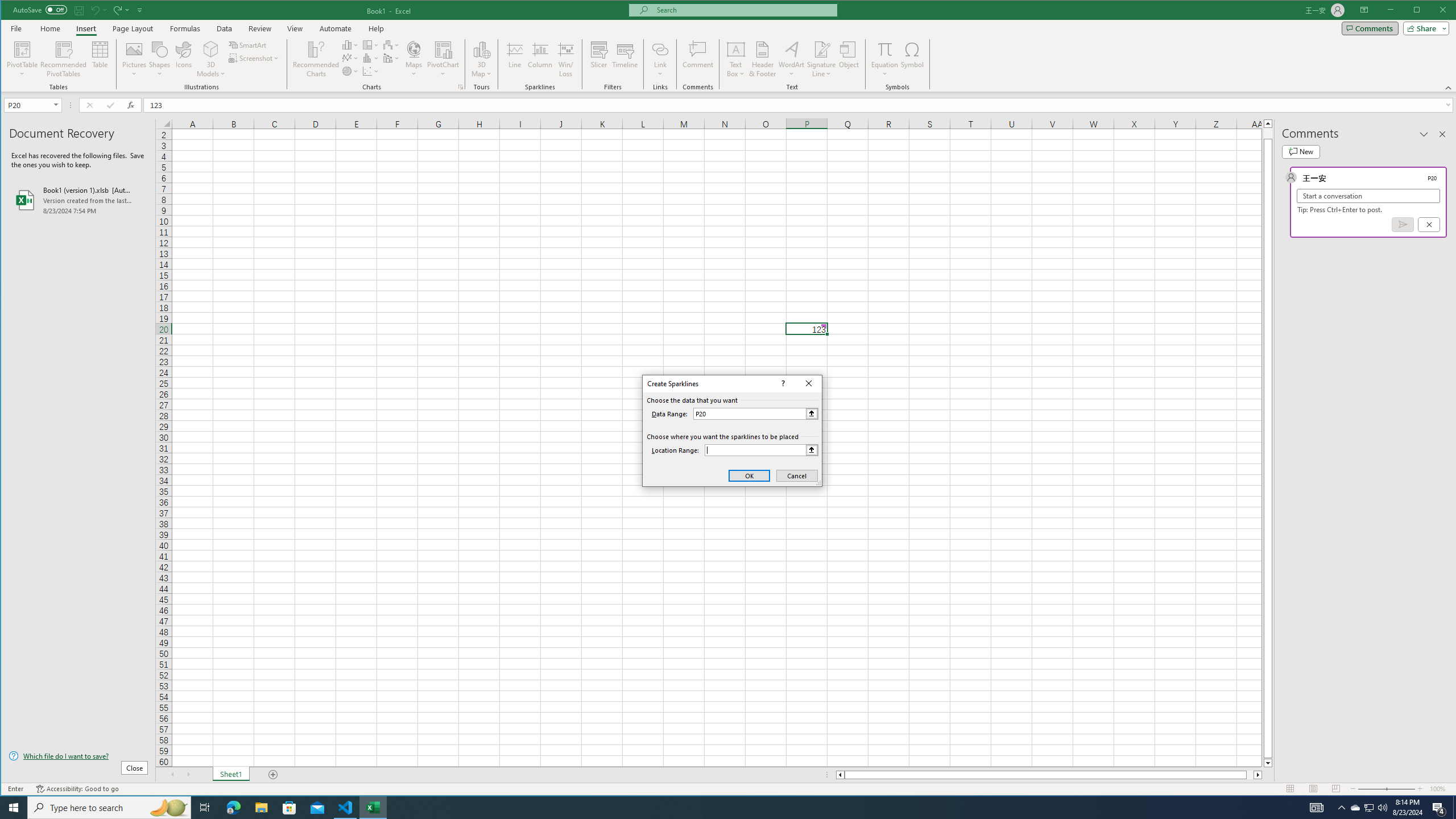 The image size is (1456, 819). What do you see at coordinates (1403, 224) in the screenshot?
I see `'Post comment (Ctrl + Enter)'` at bounding box center [1403, 224].